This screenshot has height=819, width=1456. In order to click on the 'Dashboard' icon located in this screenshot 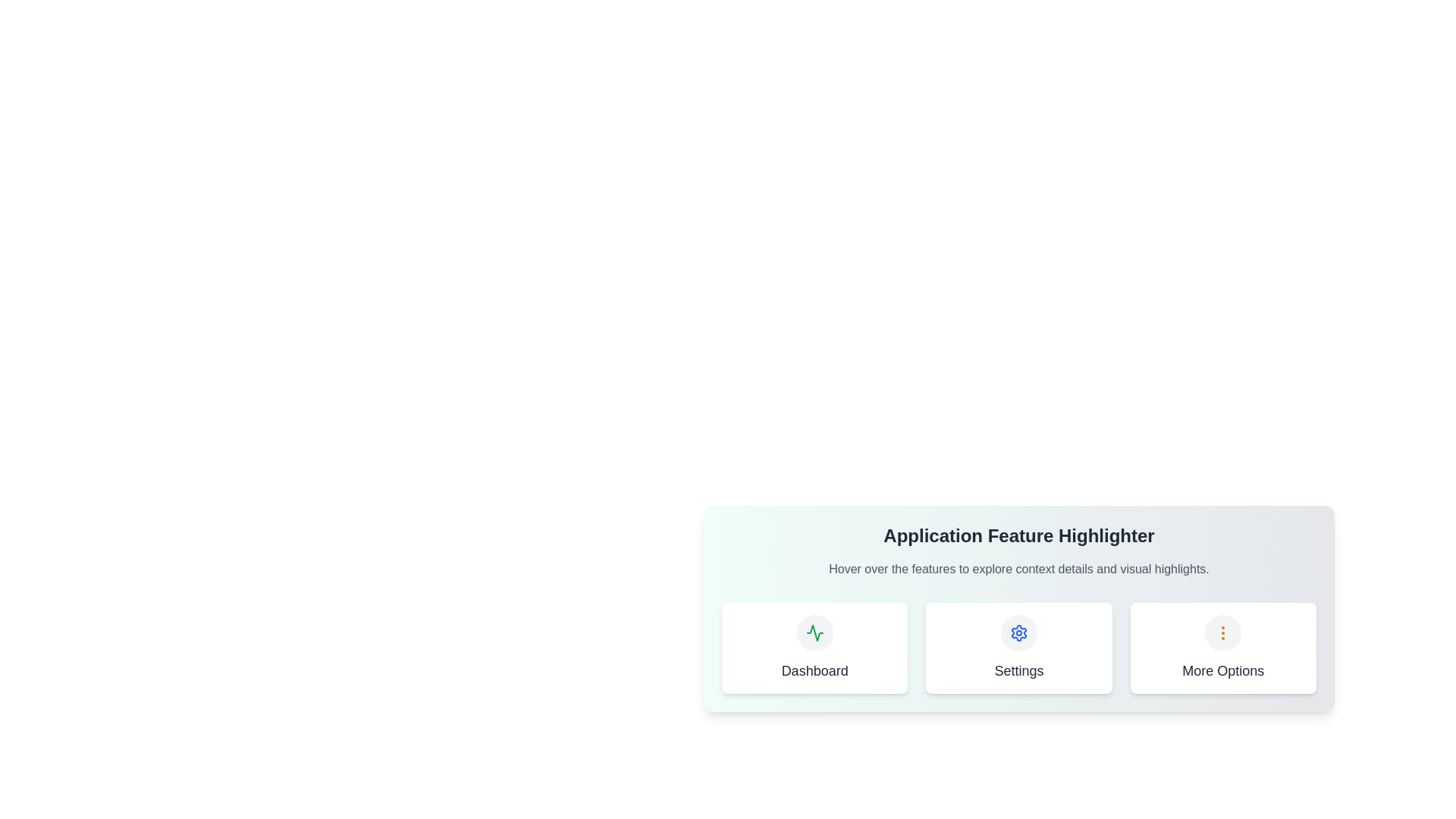, I will do `click(814, 632)`.